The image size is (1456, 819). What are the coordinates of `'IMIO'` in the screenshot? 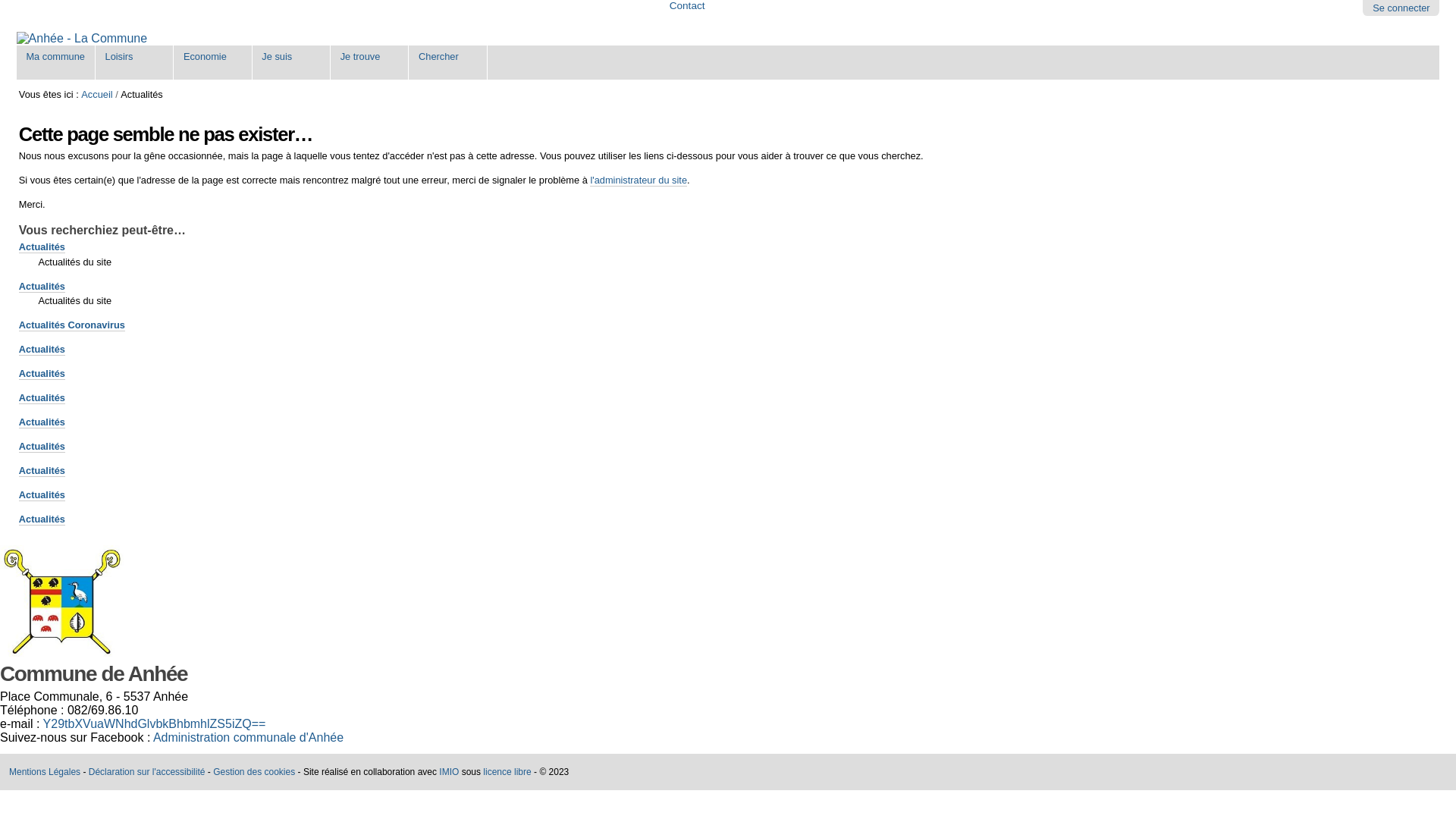 It's located at (447, 772).